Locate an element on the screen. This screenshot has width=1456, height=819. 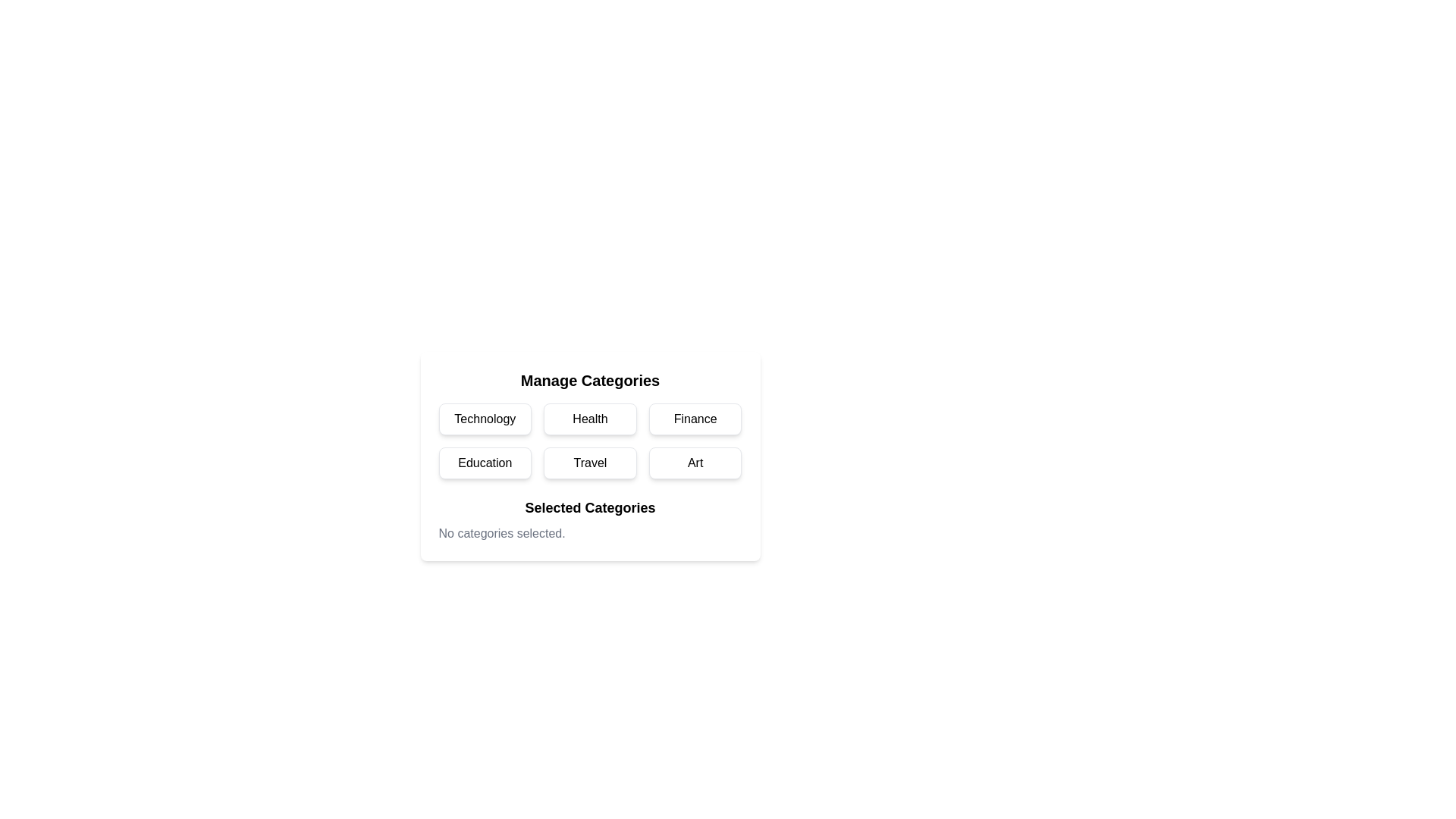
the 'Art' button, which is the sixth button in a grid layout located in the bottom right corner is located at coordinates (695, 462).